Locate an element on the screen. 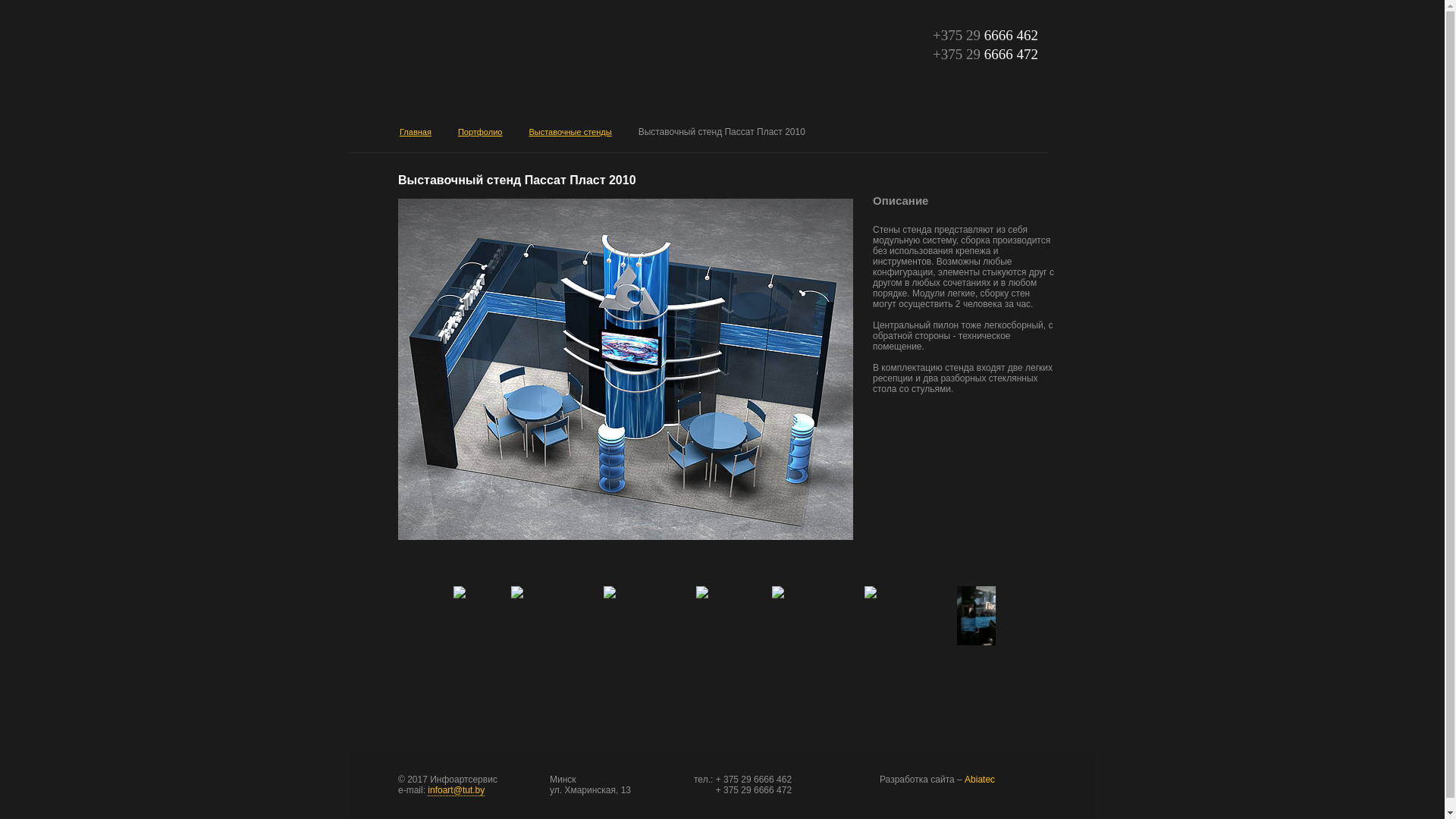  'infoart@tut.by' is located at coordinates (455, 789).